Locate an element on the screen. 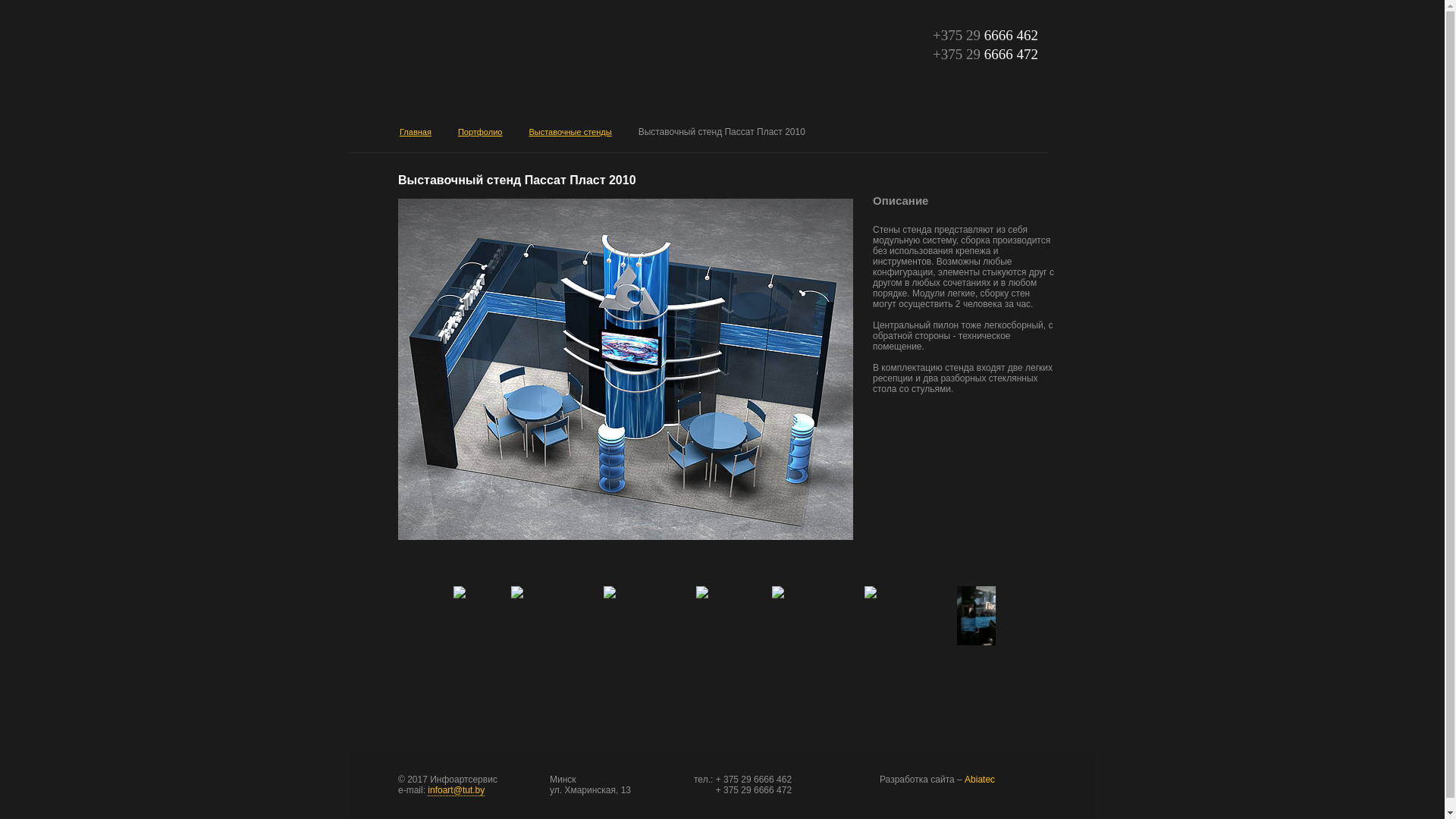  'infoart@tut.by' is located at coordinates (455, 789).